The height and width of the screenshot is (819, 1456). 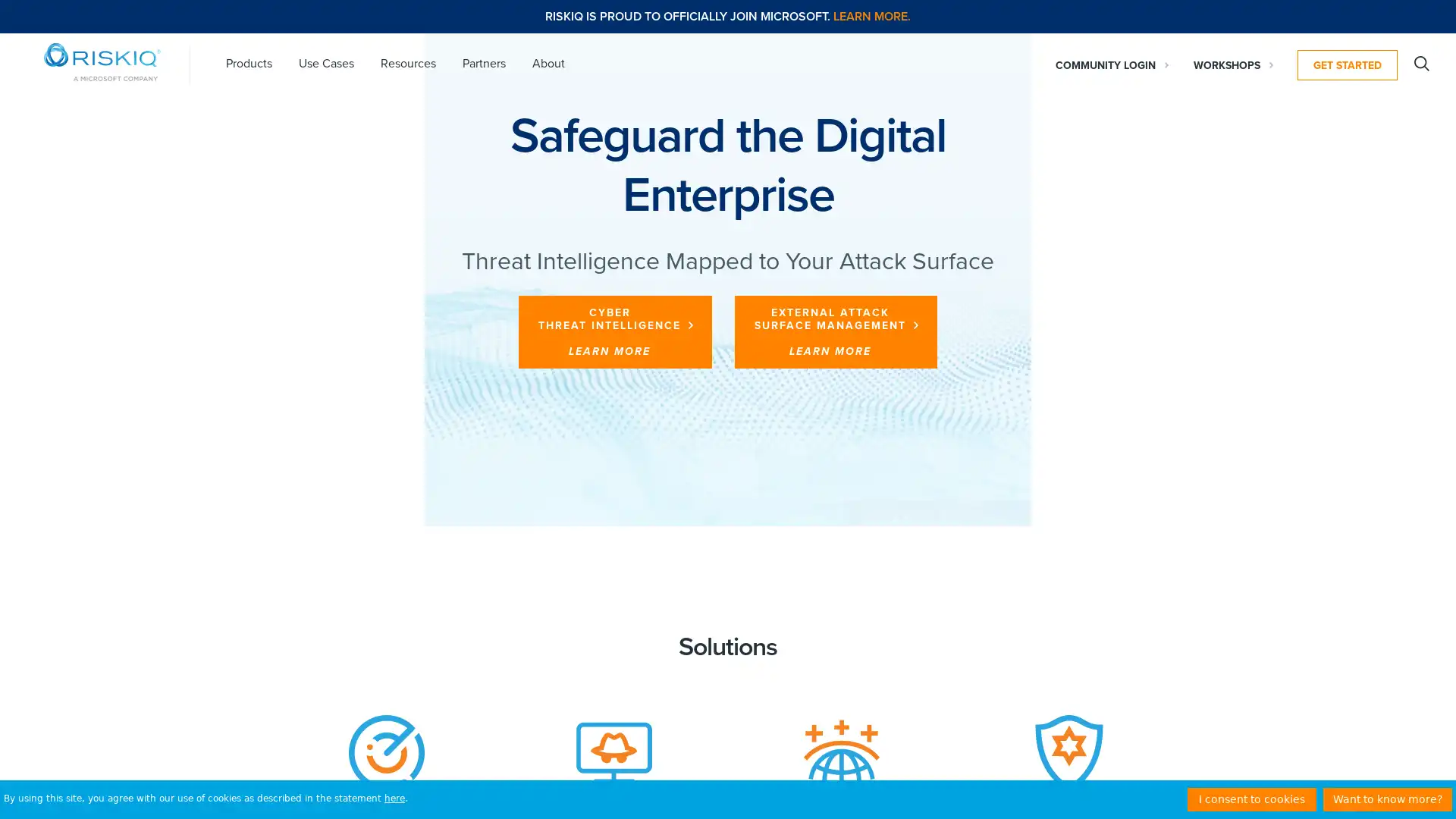 I want to click on Open Intercom Messenger, so click(x=1417, y=780).